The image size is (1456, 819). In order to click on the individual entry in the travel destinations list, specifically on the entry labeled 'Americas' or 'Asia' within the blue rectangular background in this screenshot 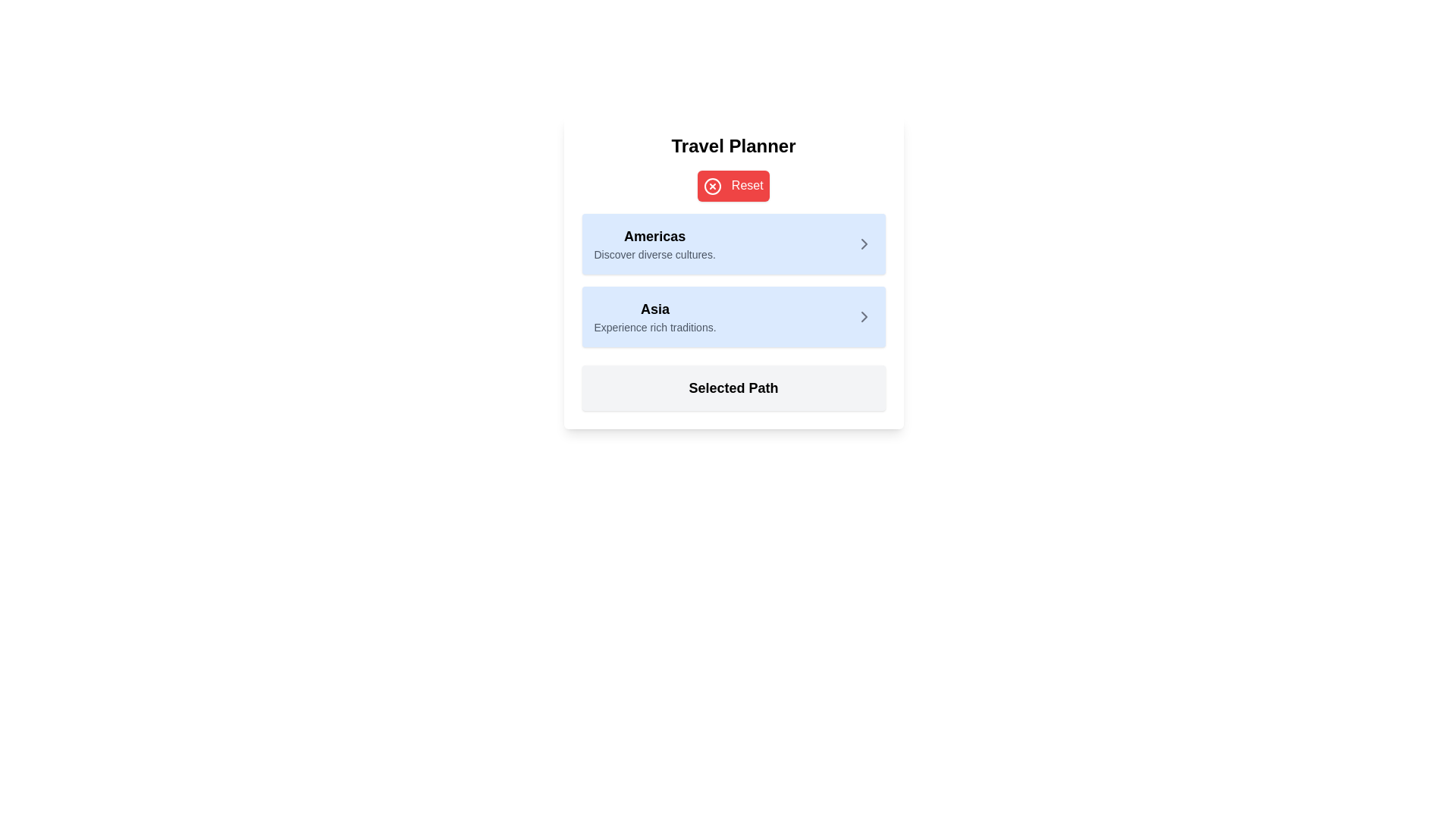, I will do `click(733, 280)`.